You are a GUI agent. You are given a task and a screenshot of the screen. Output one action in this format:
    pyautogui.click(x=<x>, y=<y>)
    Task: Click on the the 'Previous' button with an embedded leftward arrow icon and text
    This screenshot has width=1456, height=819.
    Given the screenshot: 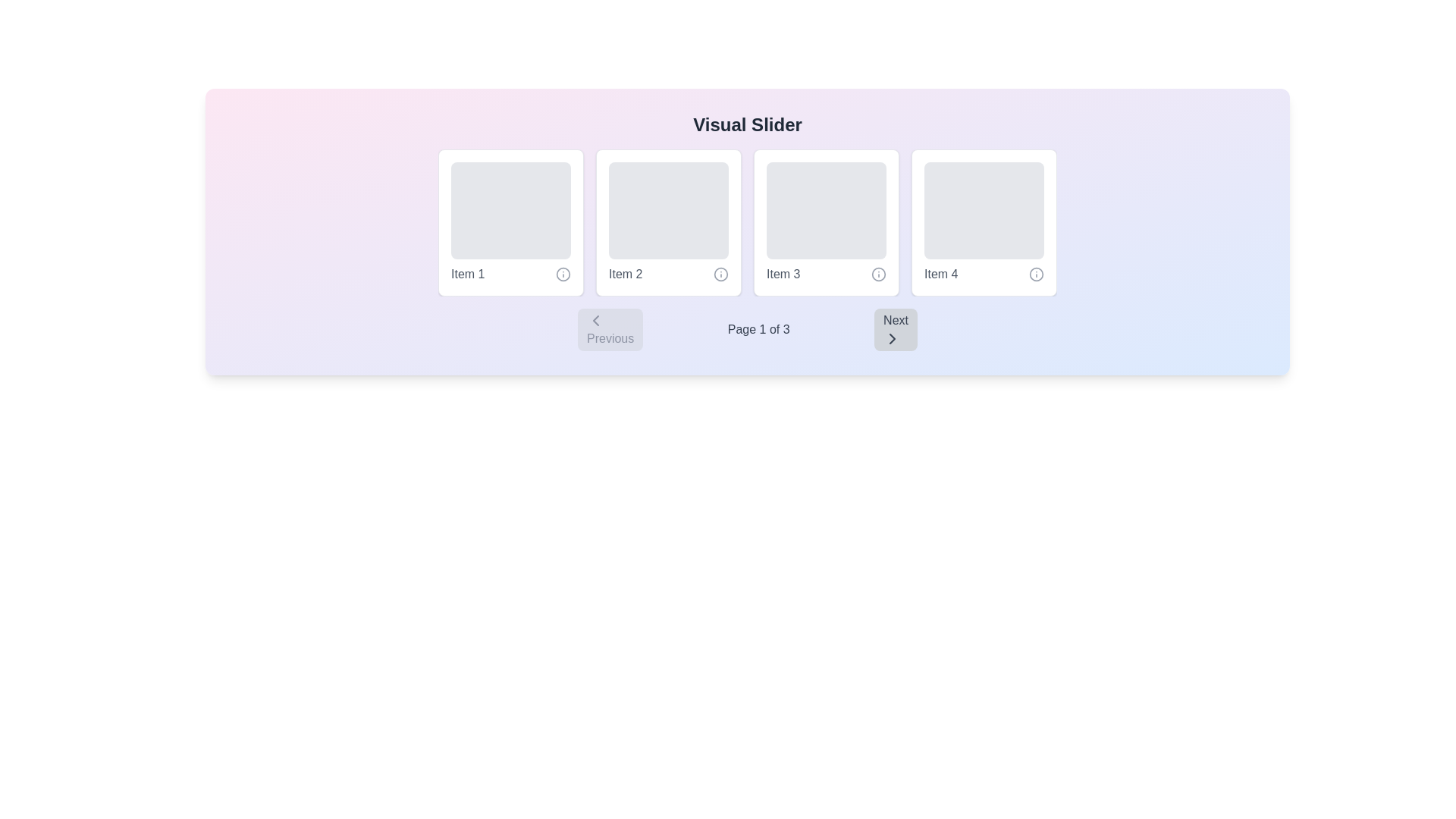 What is the action you would take?
    pyautogui.click(x=610, y=329)
    